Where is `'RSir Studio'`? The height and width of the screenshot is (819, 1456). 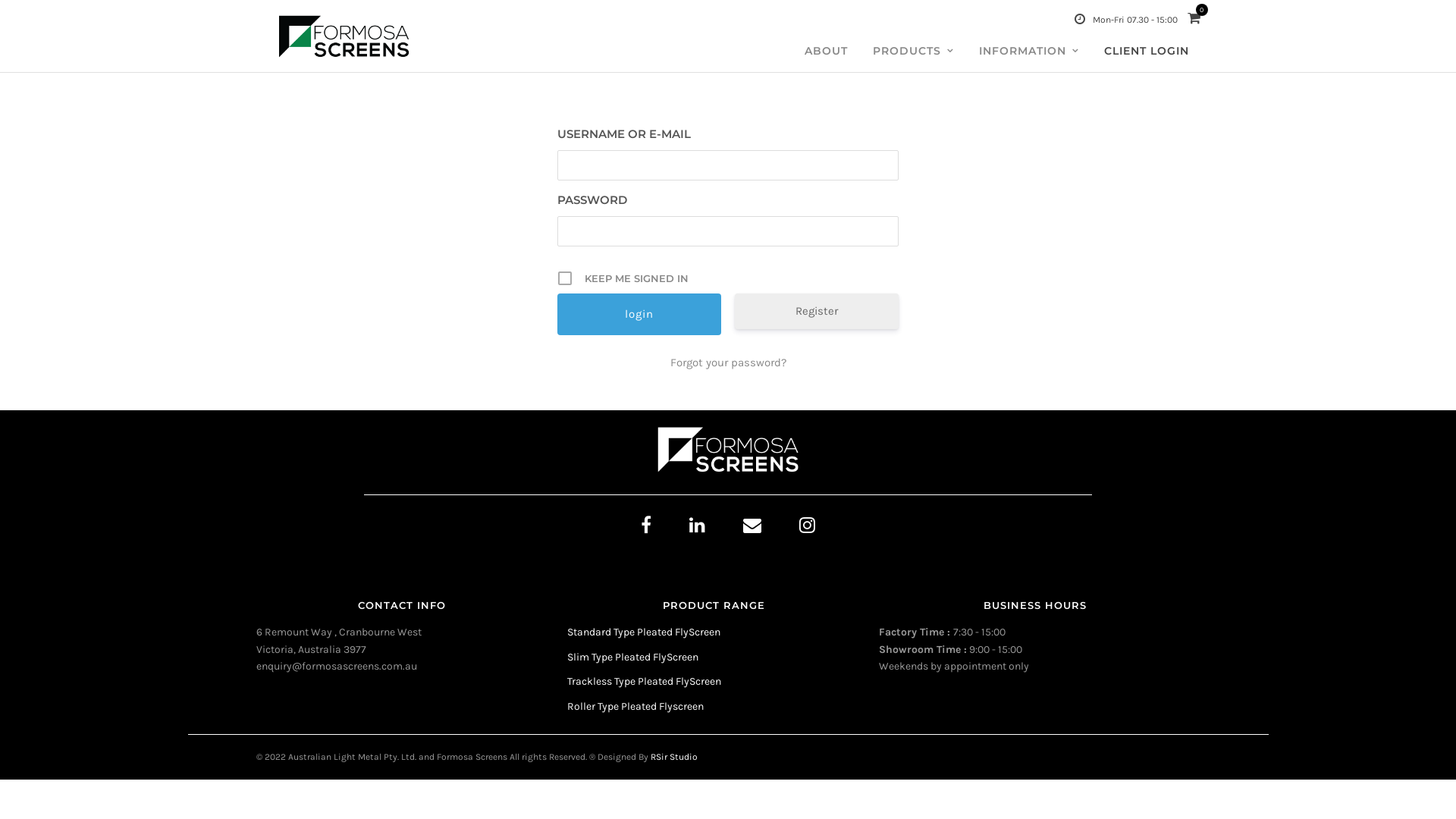 'RSir Studio' is located at coordinates (673, 757).